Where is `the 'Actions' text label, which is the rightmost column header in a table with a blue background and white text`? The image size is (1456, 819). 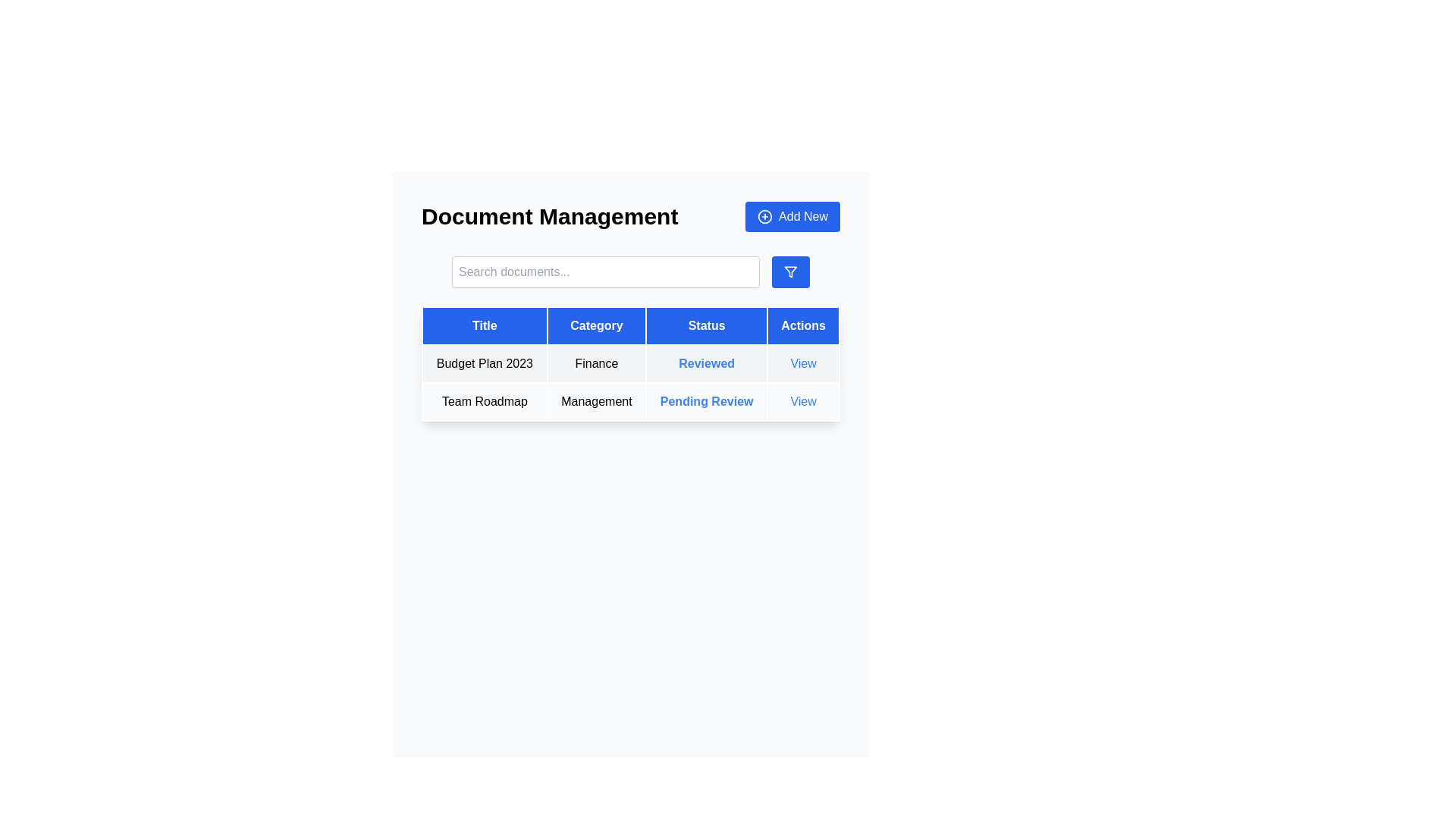
the 'Actions' text label, which is the rightmost column header in a table with a blue background and white text is located at coordinates (802, 325).